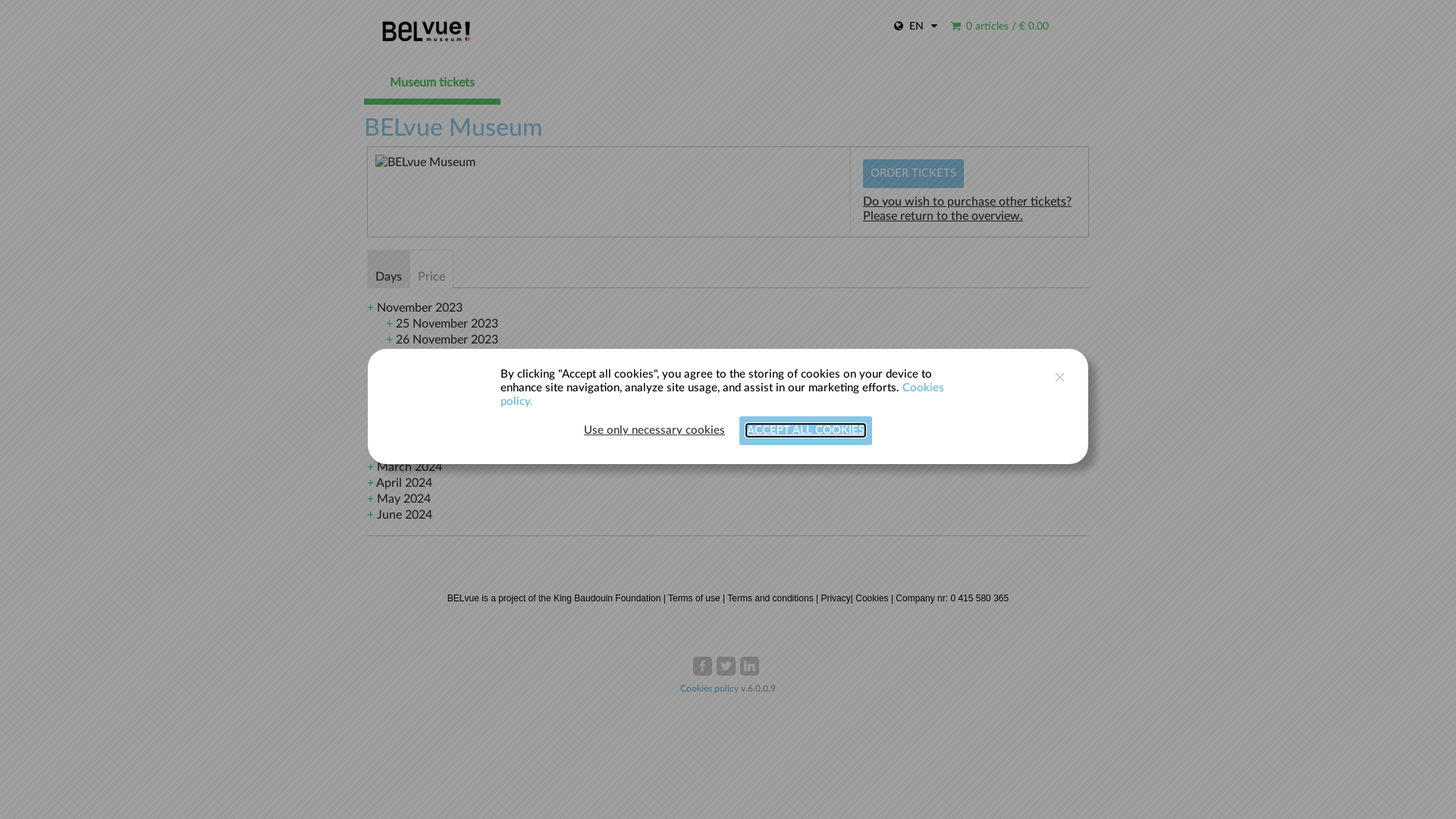 This screenshot has height=819, width=1456. What do you see at coordinates (446, 323) in the screenshot?
I see `'25 November 2023'` at bounding box center [446, 323].